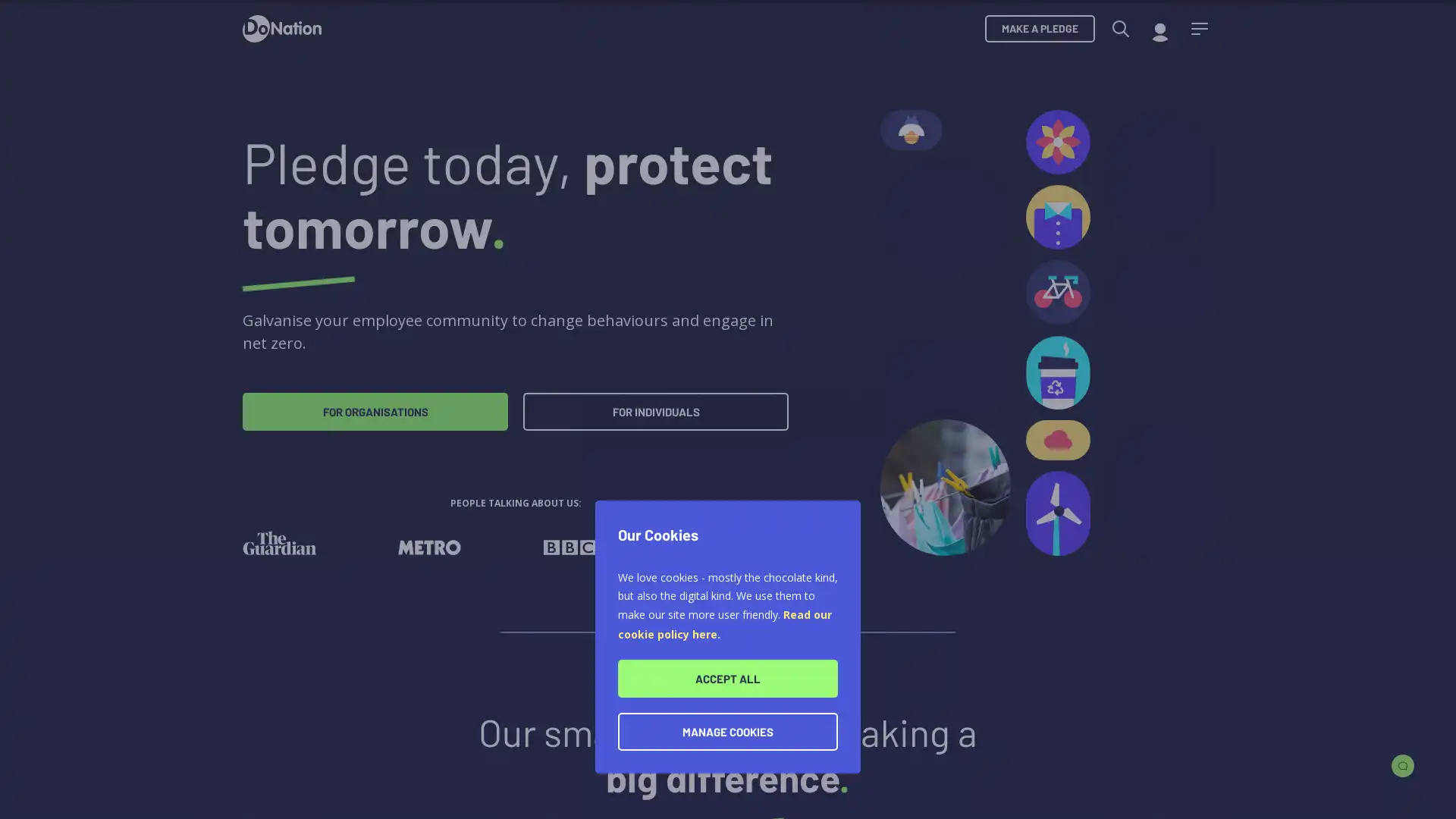  What do you see at coordinates (728, 677) in the screenshot?
I see `ACCEPT ALL` at bounding box center [728, 677].